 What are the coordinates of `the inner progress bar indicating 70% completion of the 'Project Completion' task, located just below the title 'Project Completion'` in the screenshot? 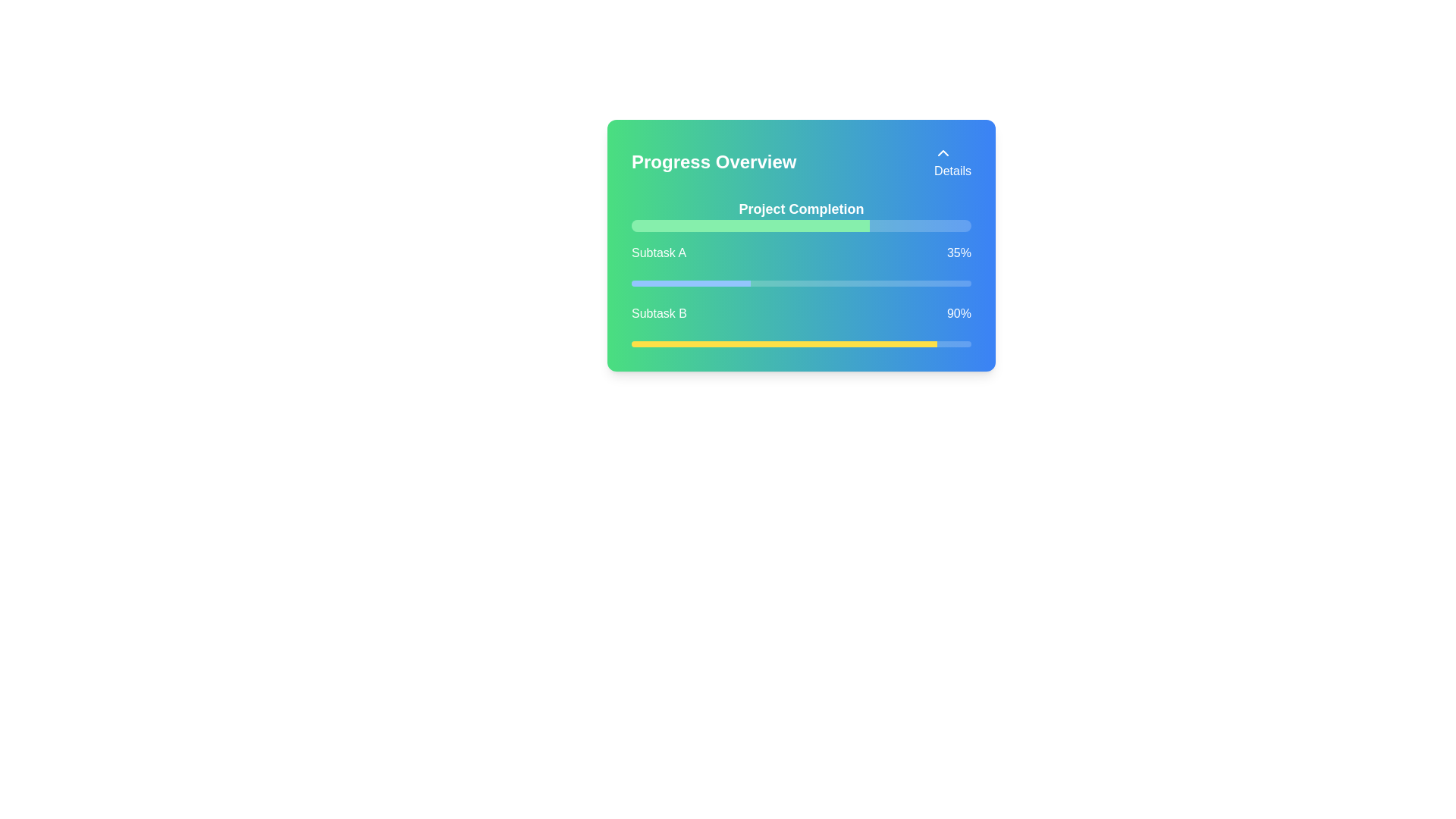 It's located at (750, 225).